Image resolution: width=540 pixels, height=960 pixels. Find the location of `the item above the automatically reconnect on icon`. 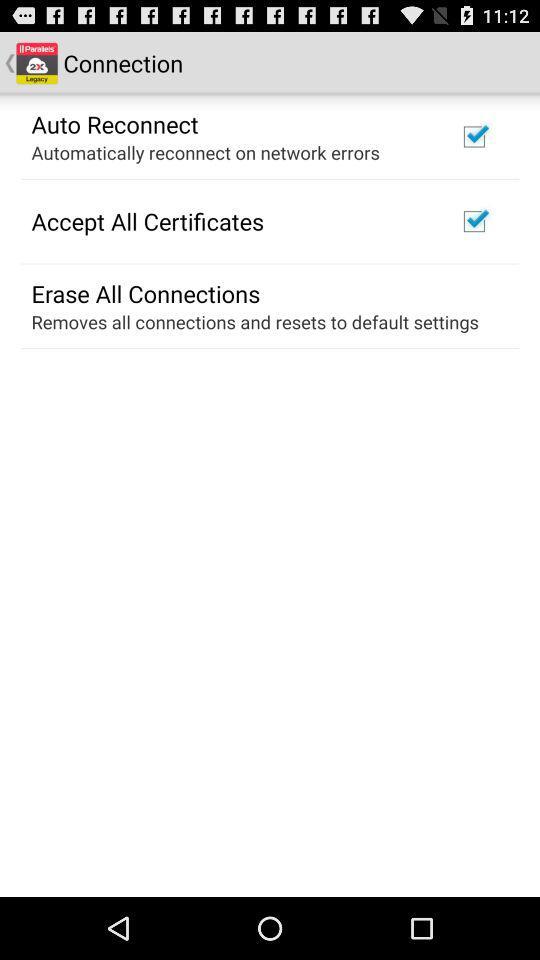

the item above the automatically reconnect on icon is located at coordinates (115, 122).